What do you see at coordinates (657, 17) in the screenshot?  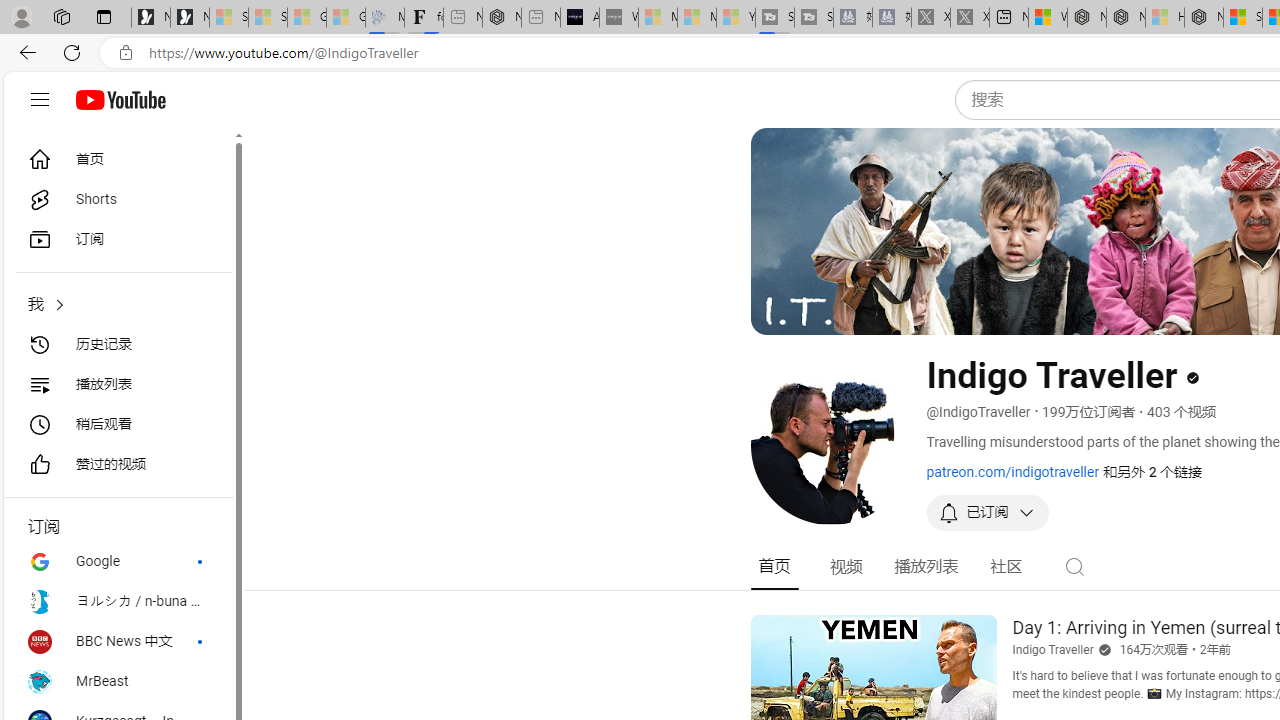 I see `'Microsoft Start Sports - Sleeping'` at bounding box center [657, 17].